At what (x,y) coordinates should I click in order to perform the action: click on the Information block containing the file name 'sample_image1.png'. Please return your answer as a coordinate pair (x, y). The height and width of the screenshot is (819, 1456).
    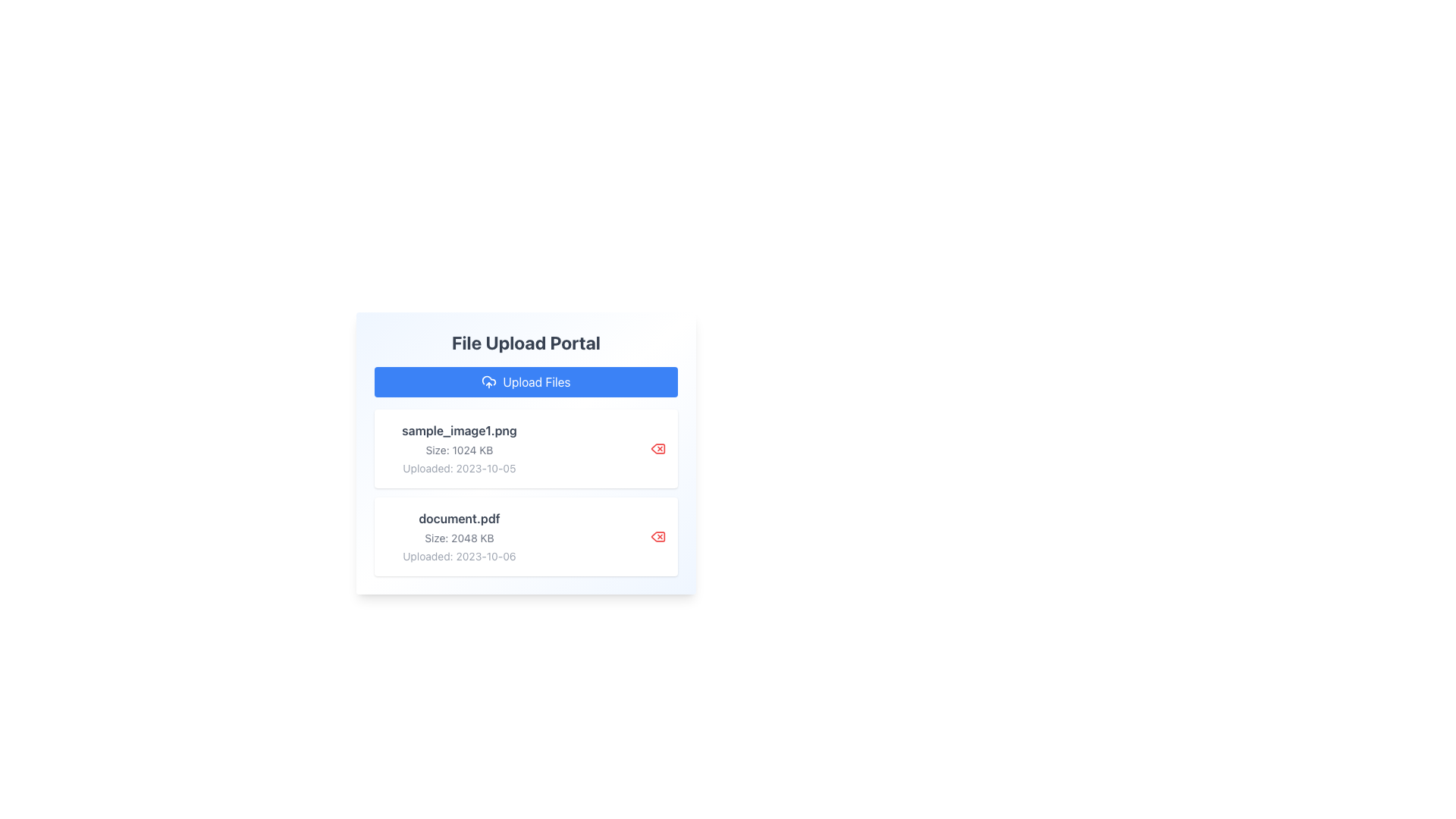
    Looking at the image, I should click on (458, 447).